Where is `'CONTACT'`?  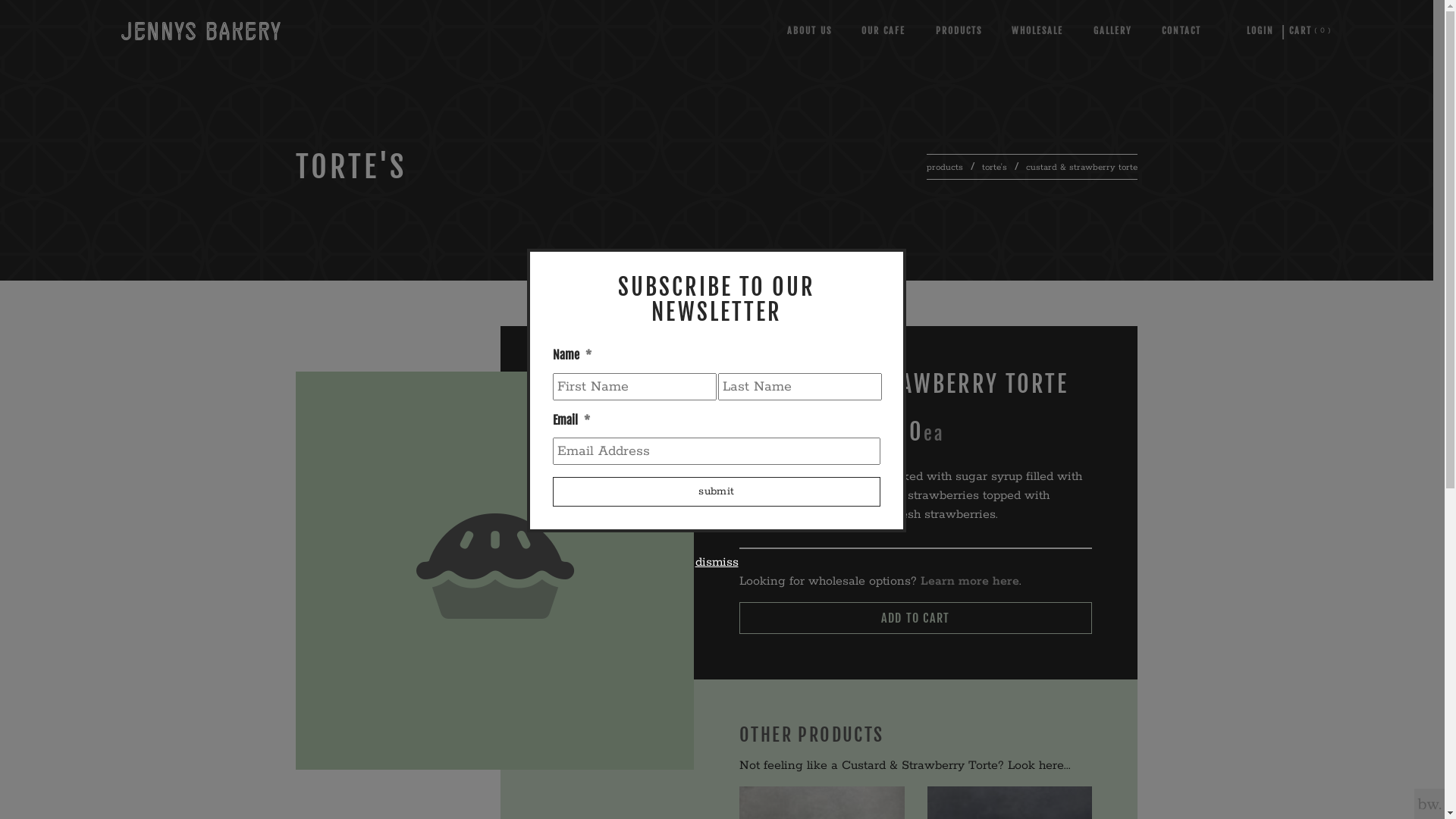 'CONTACT' is located at coordinates (1181, 30).